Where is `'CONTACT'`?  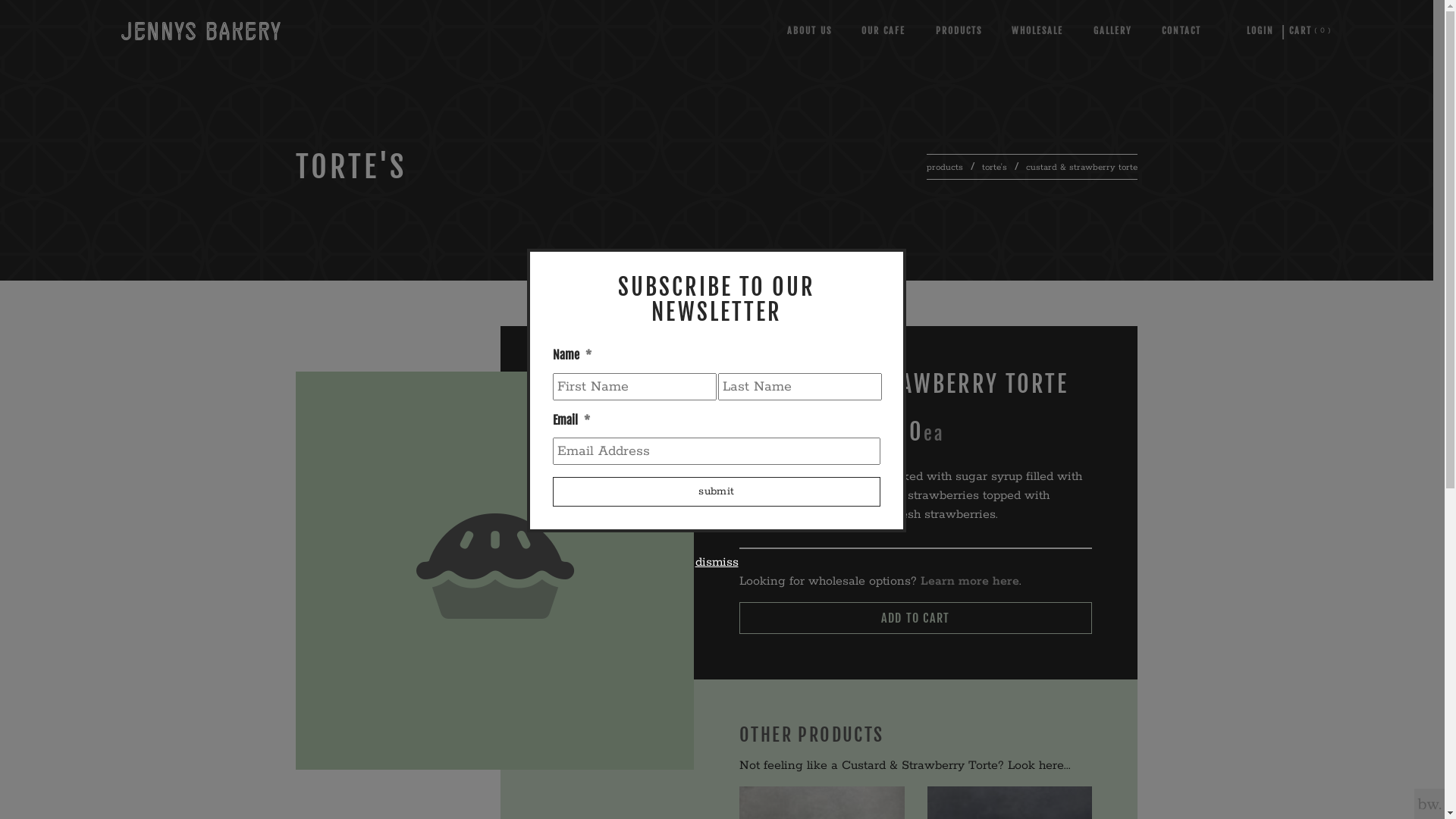 'CONTACT' is located at coordinates (1181, 30).